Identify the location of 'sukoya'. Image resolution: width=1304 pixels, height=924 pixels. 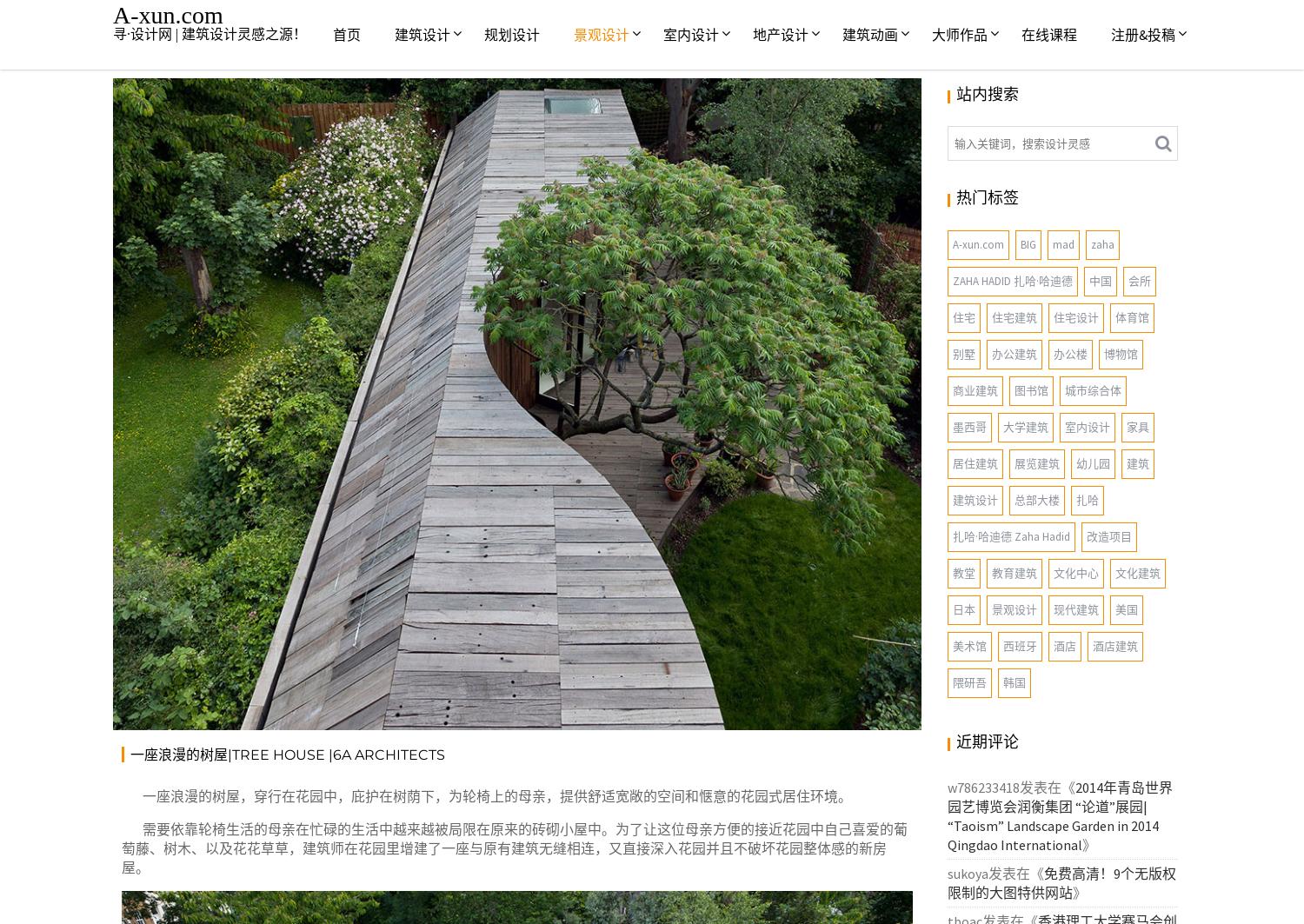
(947, 872).